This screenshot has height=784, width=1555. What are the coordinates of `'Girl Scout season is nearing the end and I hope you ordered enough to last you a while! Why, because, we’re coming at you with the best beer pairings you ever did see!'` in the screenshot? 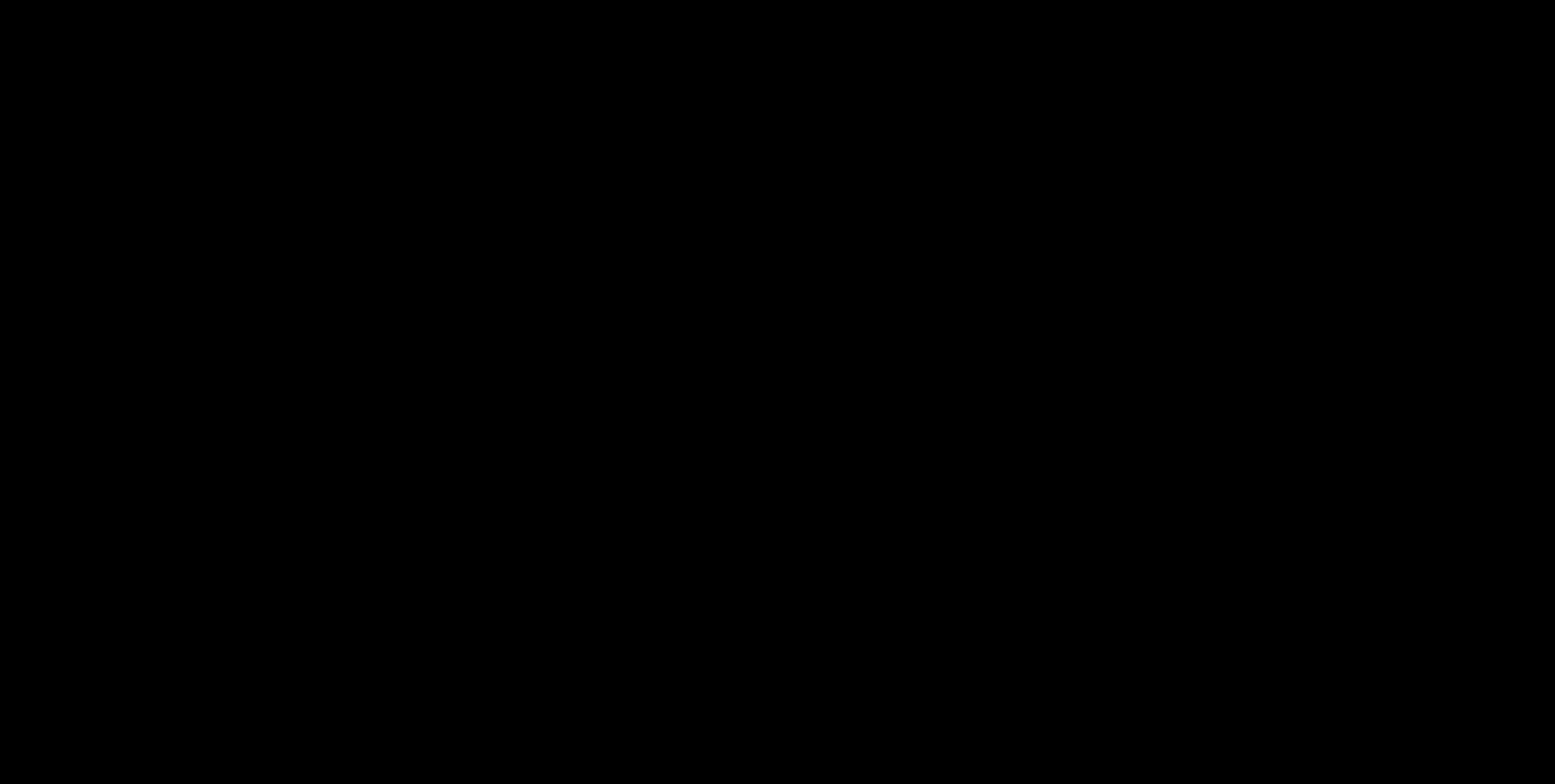 It's located at (750, 577).